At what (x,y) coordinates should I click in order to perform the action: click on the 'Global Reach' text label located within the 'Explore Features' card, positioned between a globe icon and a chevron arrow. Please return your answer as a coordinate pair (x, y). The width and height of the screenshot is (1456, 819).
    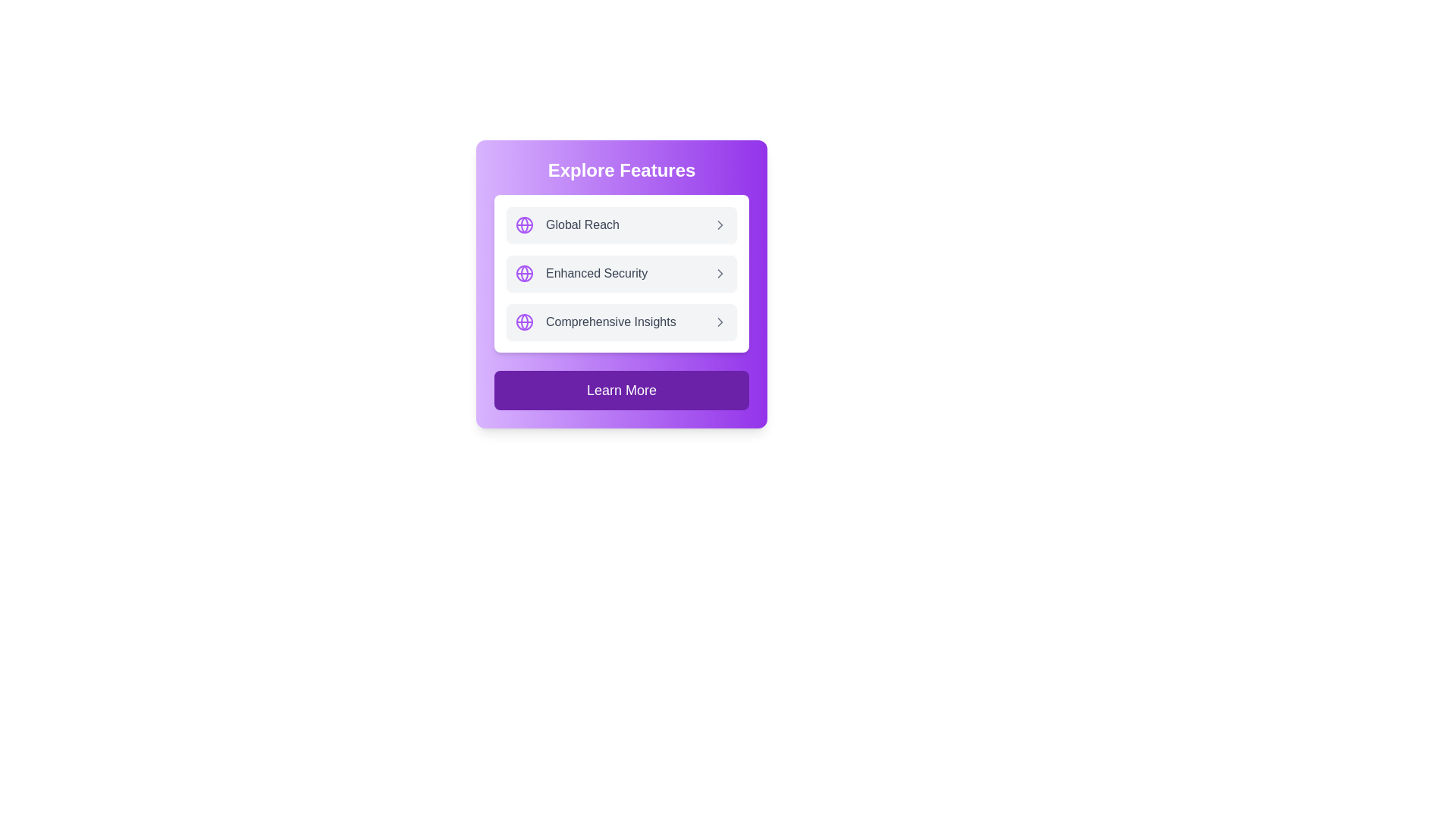
    Looking at the image, I should click on (582, 225).